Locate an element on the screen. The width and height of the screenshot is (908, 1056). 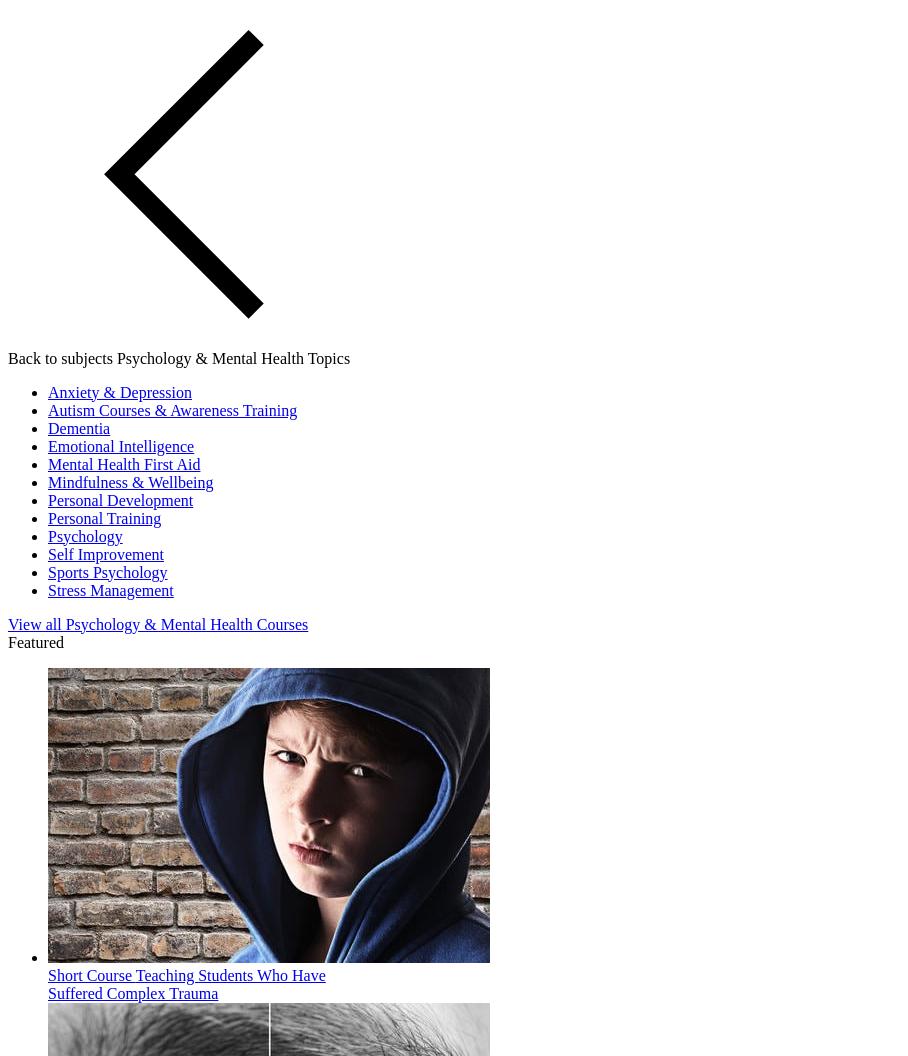
'Emotional Intelligence' is located at coordinates (121, 445).